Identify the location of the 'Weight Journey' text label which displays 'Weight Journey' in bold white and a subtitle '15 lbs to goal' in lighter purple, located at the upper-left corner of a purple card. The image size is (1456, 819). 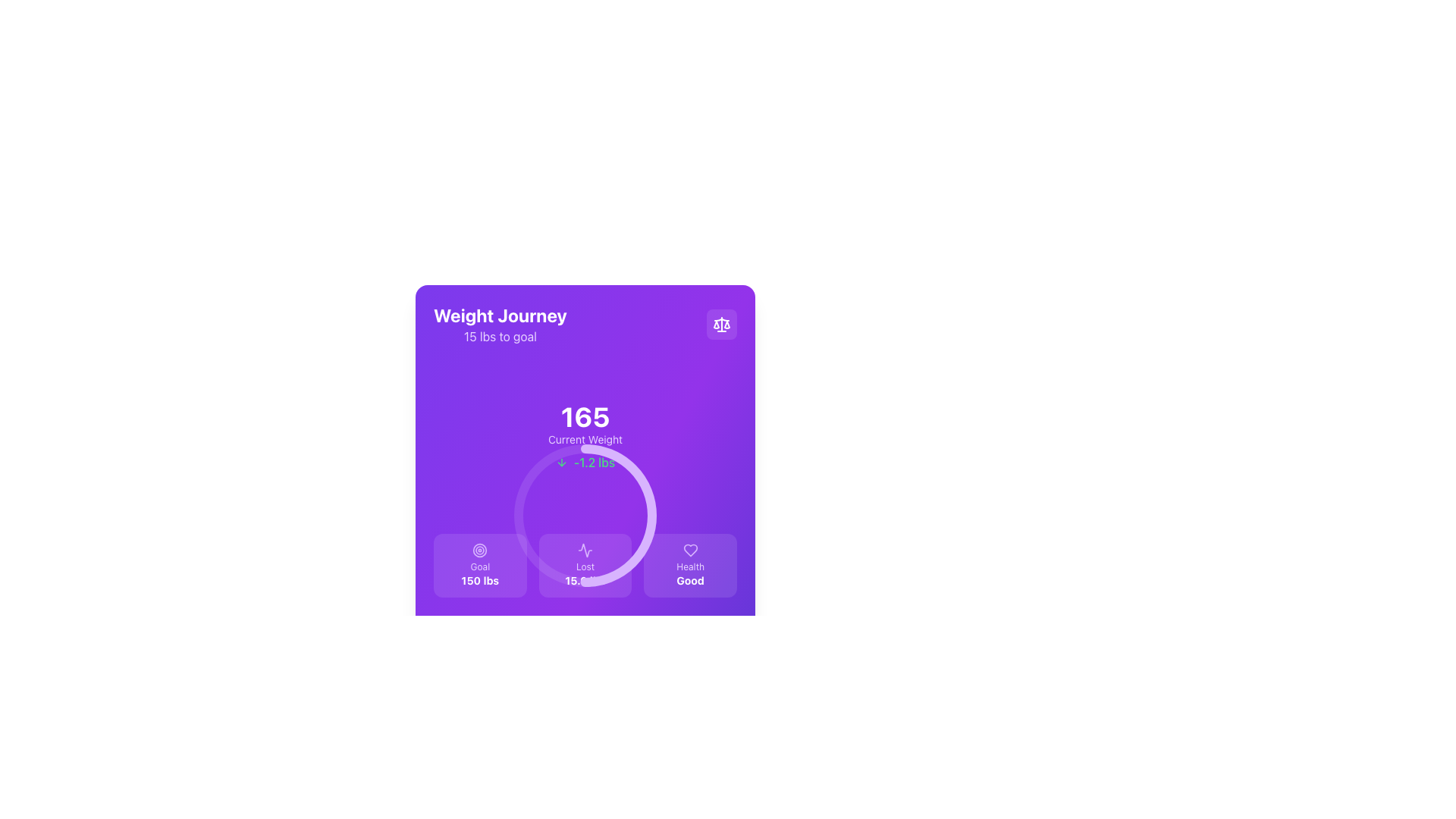
(500, 324).